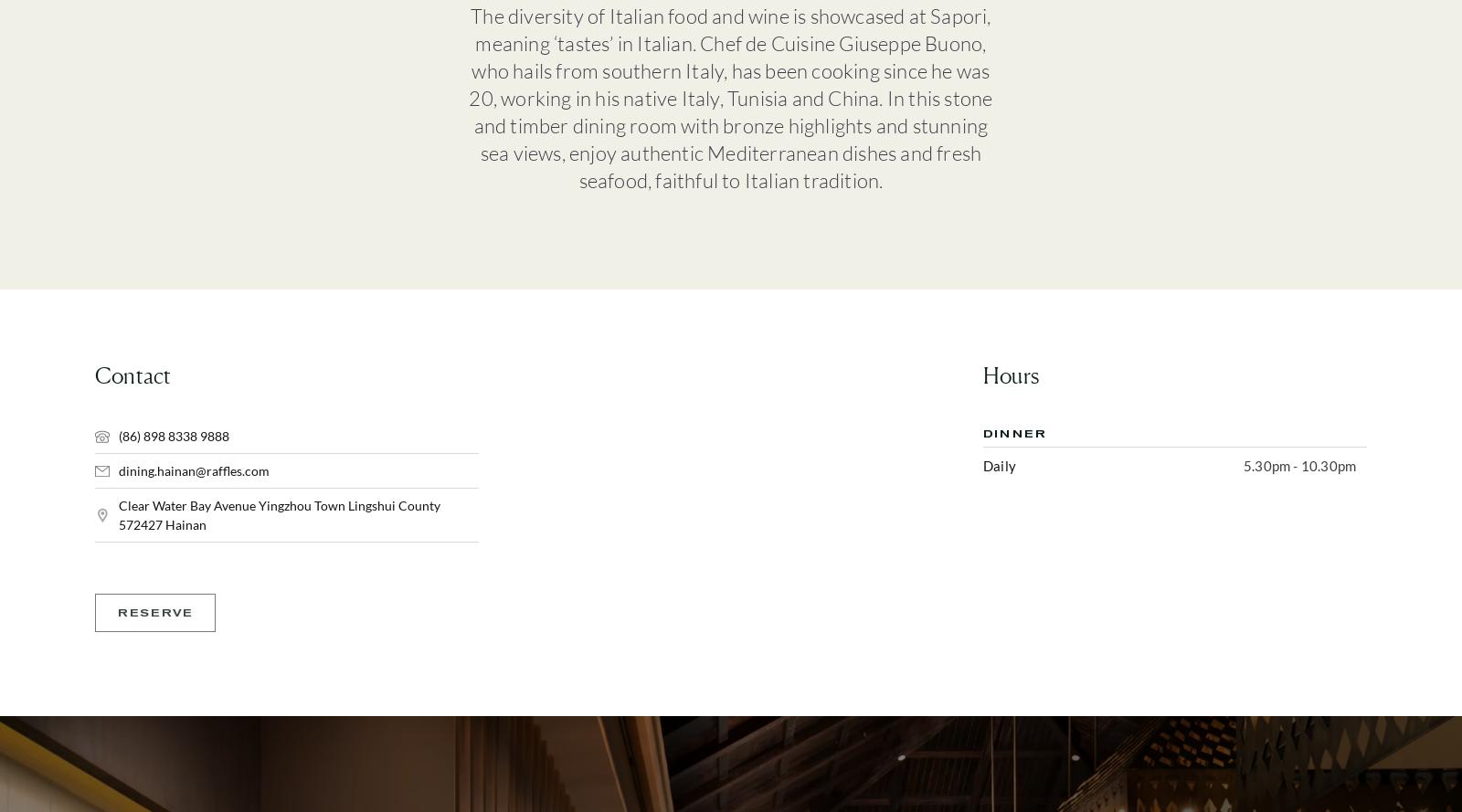  I want to click on 'Connect', so click(1053, 298).